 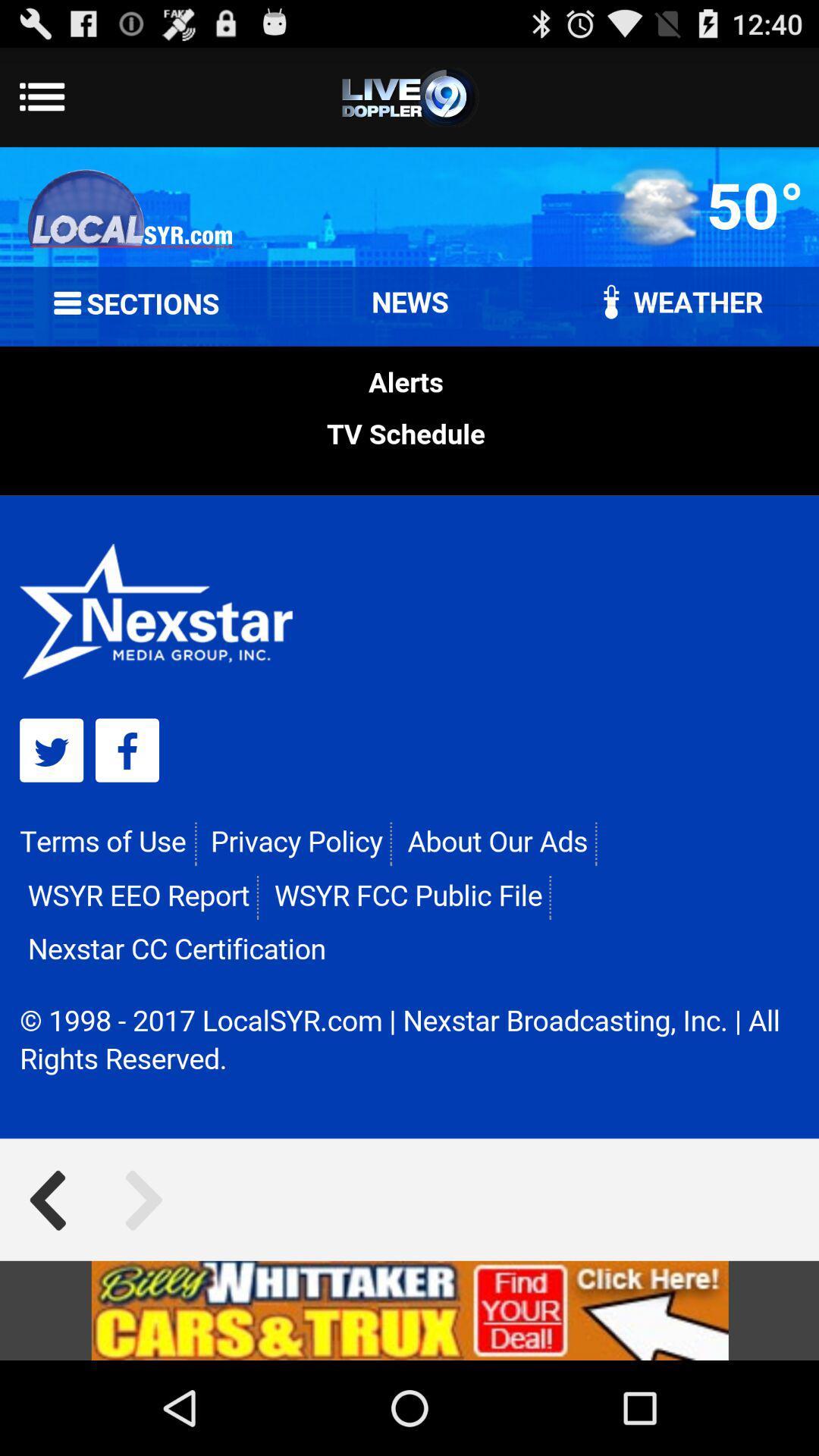 I want to click on advertisement, so click(x=409, y=1310).